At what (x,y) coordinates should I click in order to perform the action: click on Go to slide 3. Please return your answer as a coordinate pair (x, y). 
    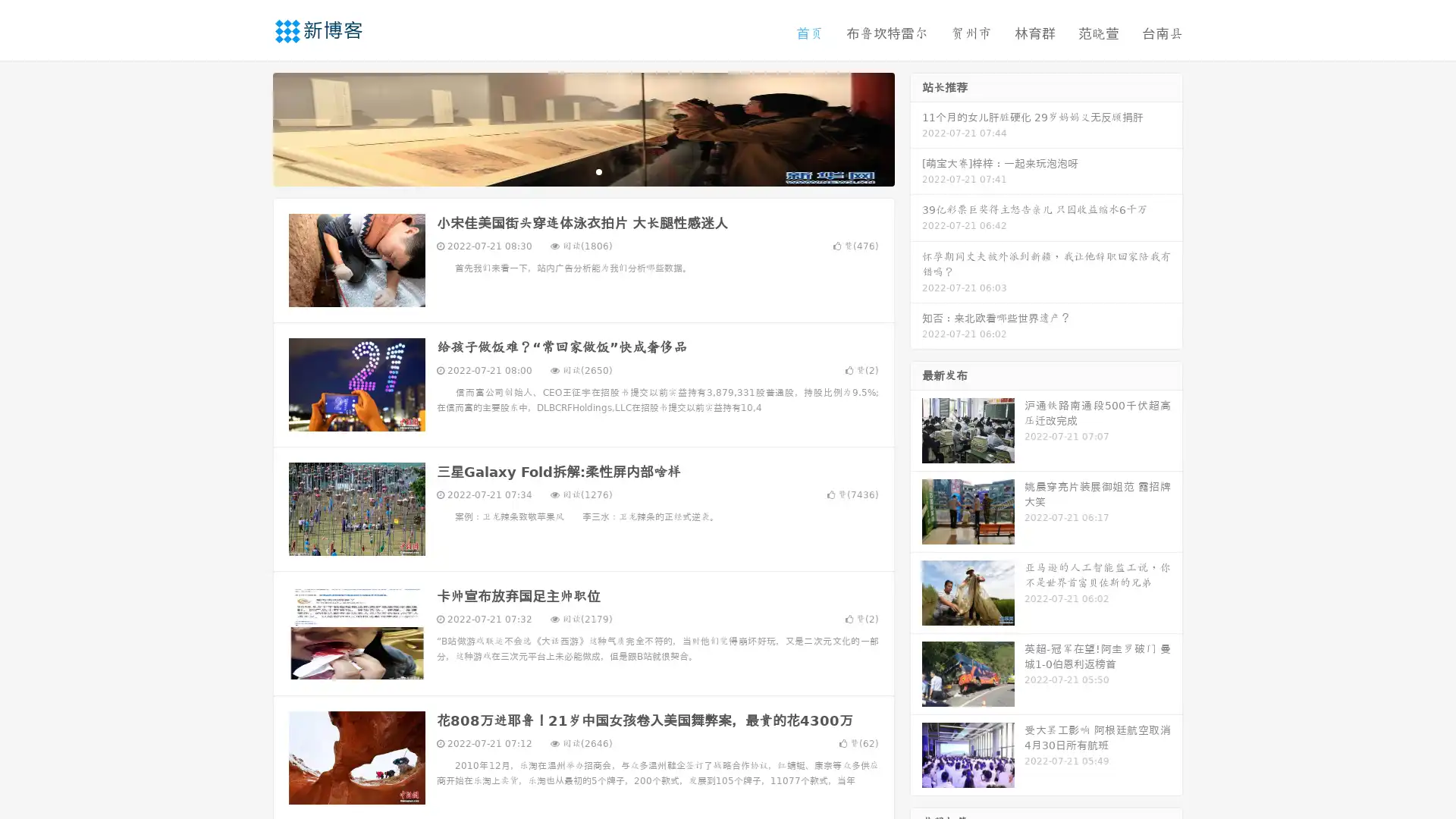
    Looking at the image, I should click on (598, 171).